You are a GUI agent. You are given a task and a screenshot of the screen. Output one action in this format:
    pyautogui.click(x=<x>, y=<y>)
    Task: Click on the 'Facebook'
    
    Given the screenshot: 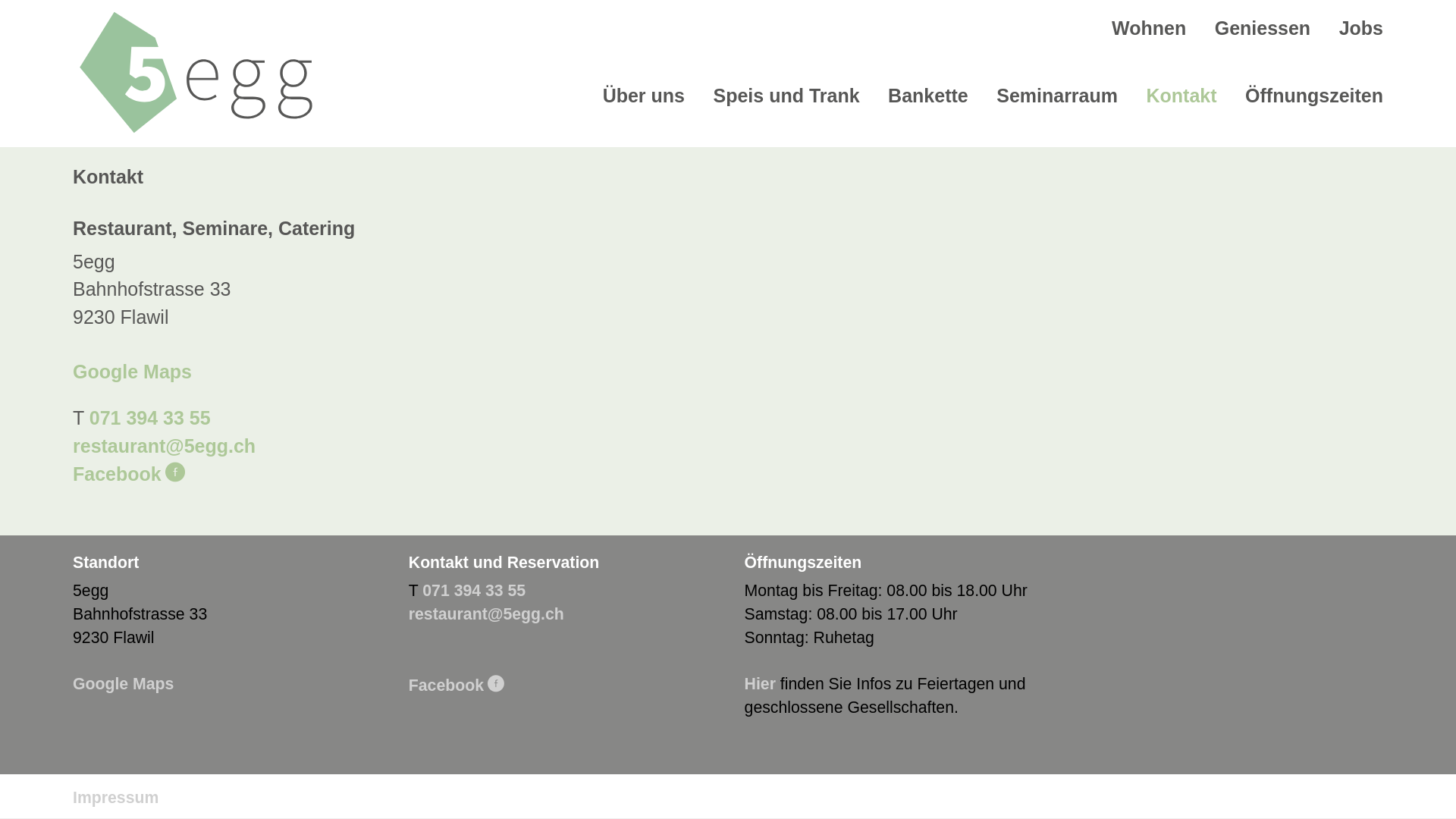 What is the action you would take?
    pyautogui.click(x=128, y=472)
    